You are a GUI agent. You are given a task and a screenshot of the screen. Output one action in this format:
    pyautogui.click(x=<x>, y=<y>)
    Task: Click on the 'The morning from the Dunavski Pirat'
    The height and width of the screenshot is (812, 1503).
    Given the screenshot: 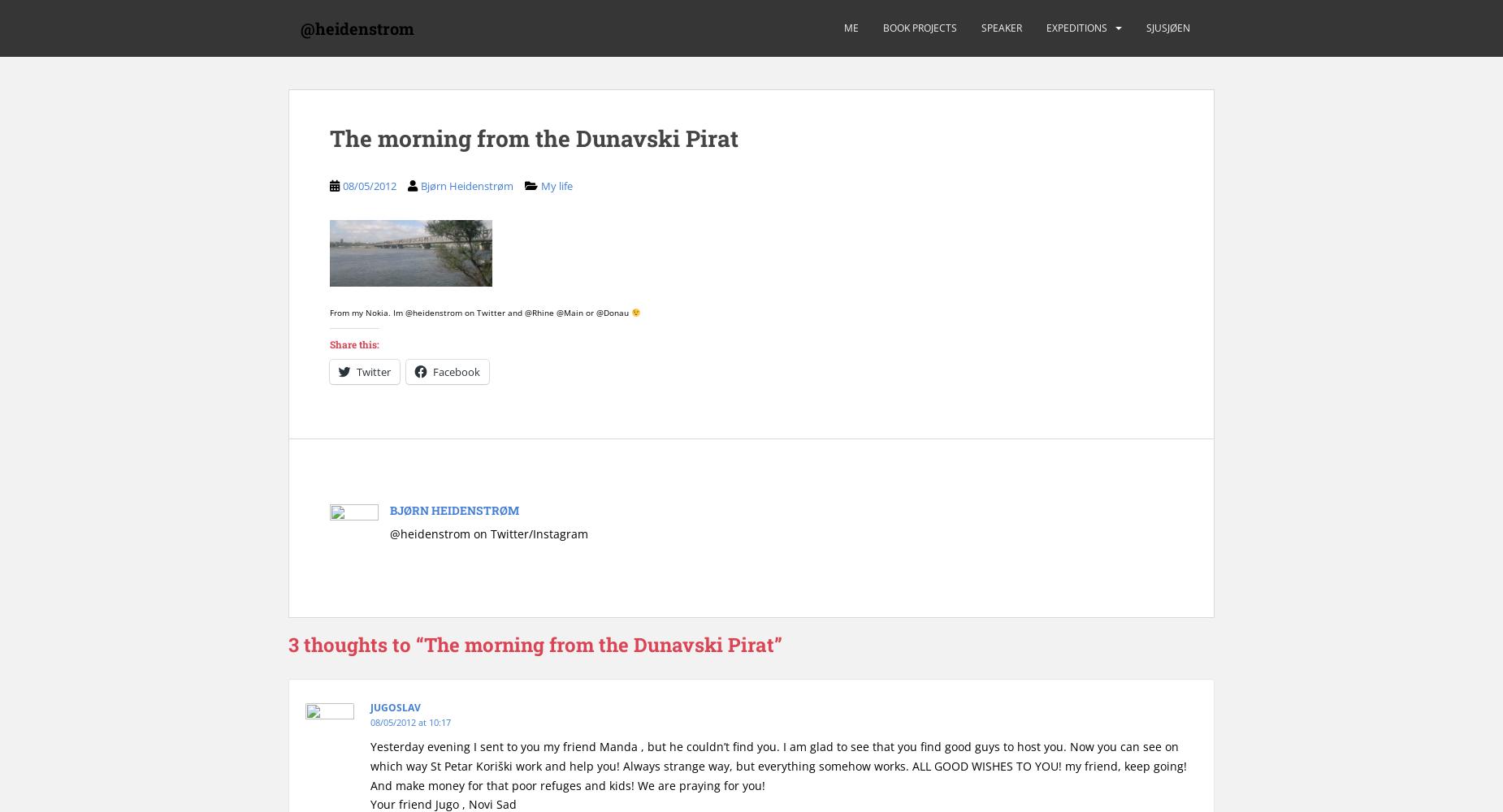 What is the action you would take?
    pyautogui.click(x=534, y=138)
    